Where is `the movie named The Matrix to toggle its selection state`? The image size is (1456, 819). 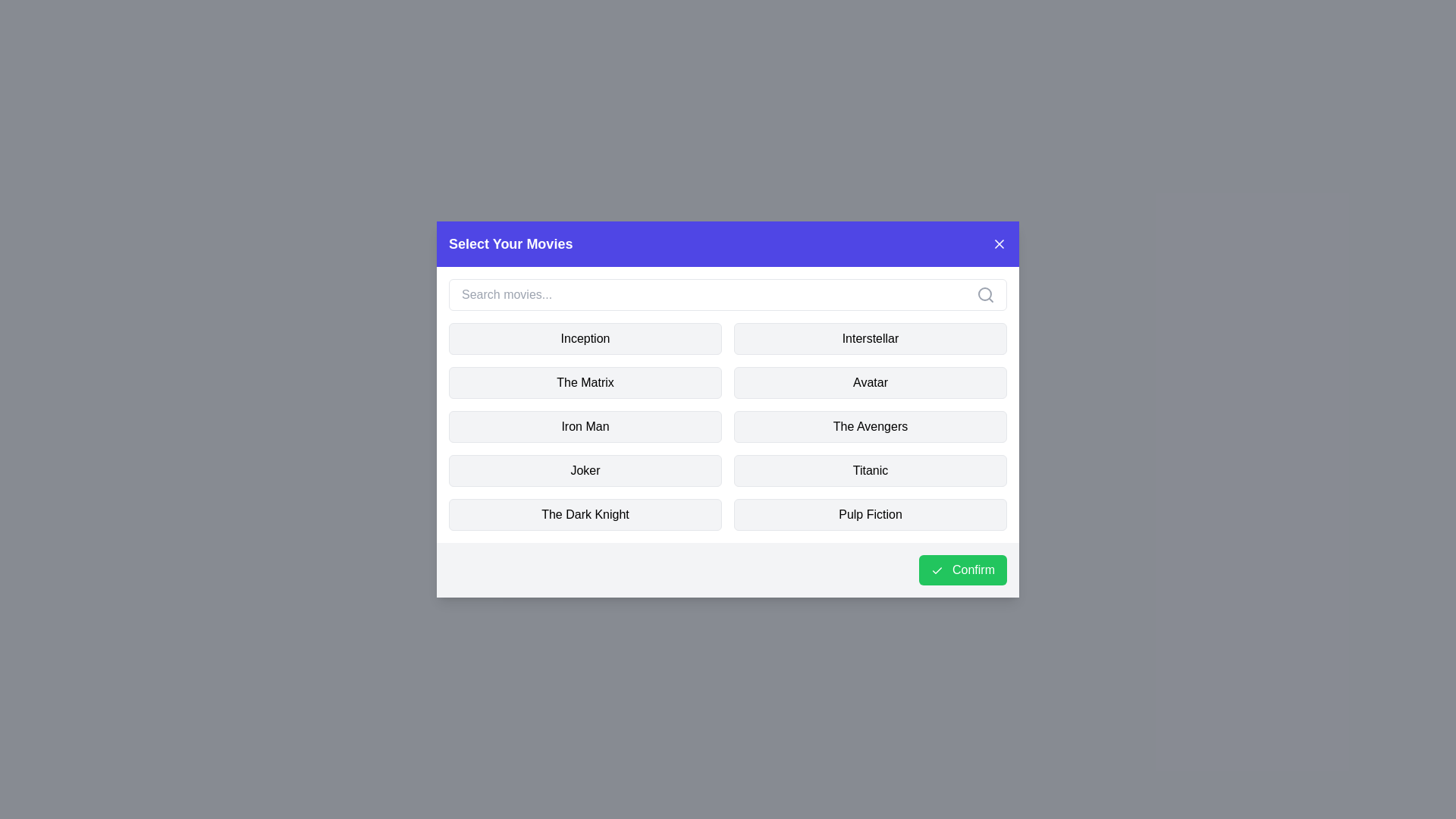 the movie named The Matrix to toggle its selection state is located at coordinates (585, 382).